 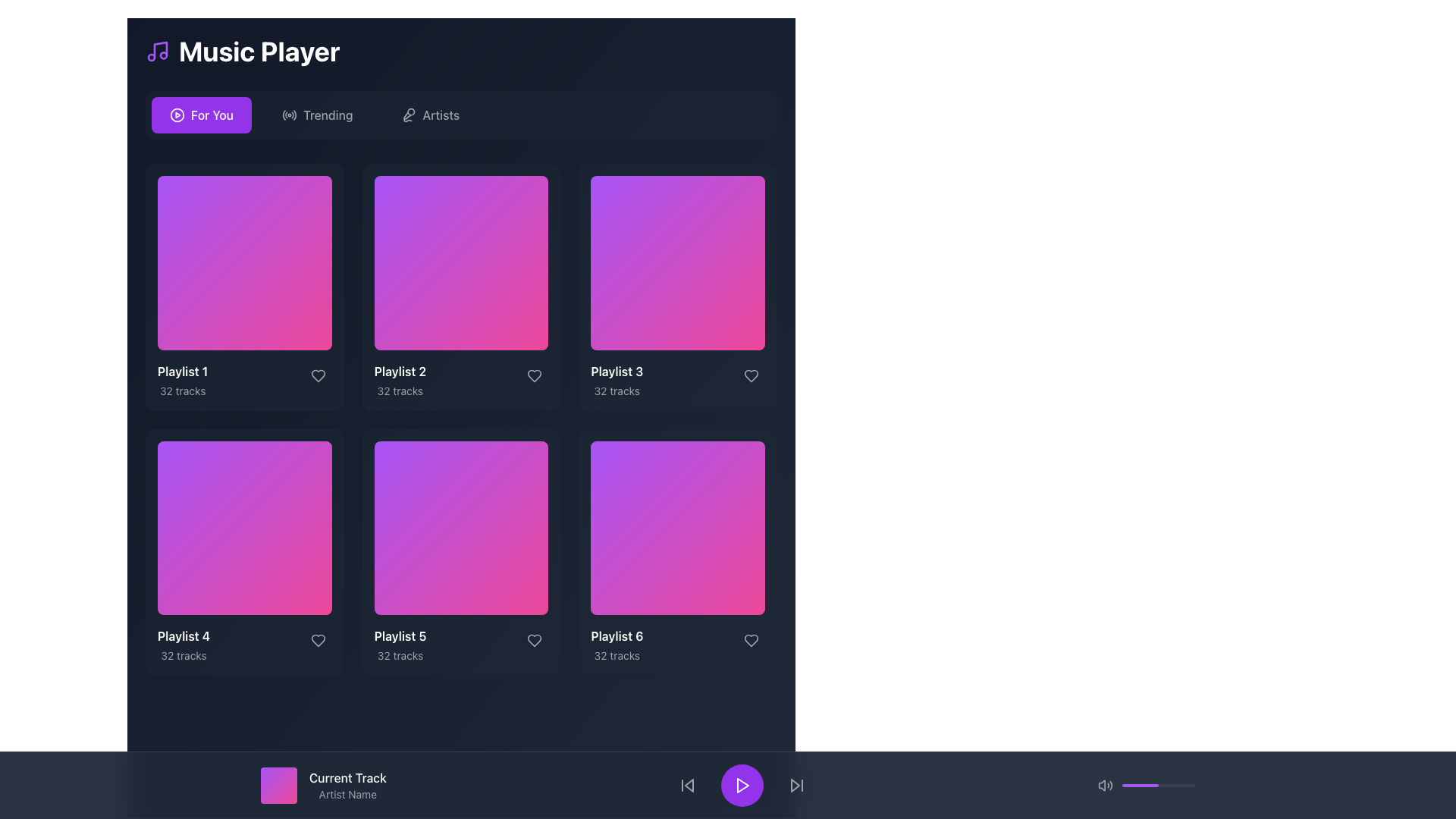 I want to click on the image thumbnail representing the playlist, located, so click(x=677, y=262).